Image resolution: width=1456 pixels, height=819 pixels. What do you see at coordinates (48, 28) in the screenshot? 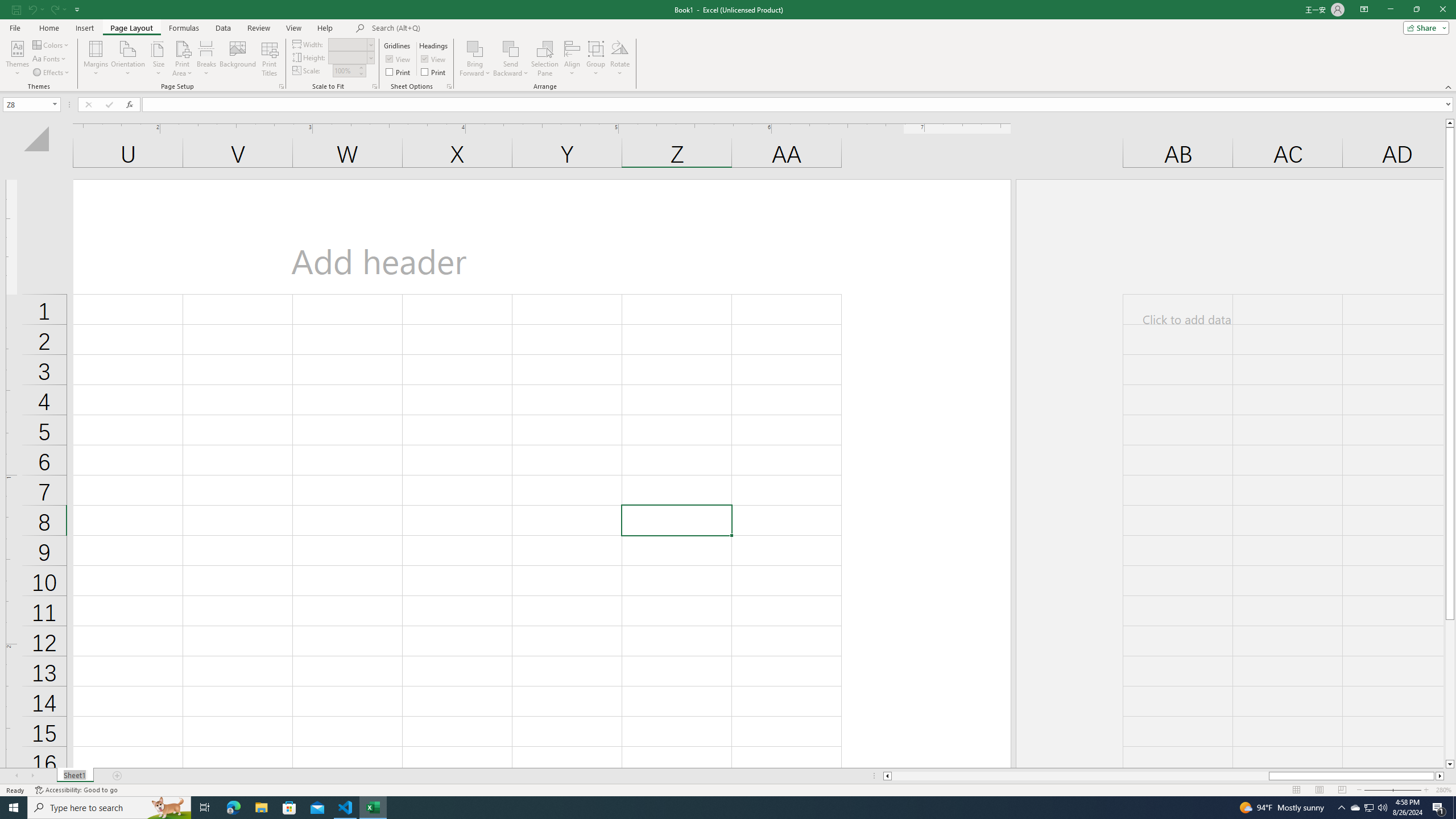
I see `'Home'` at bounding box center [48, 28].